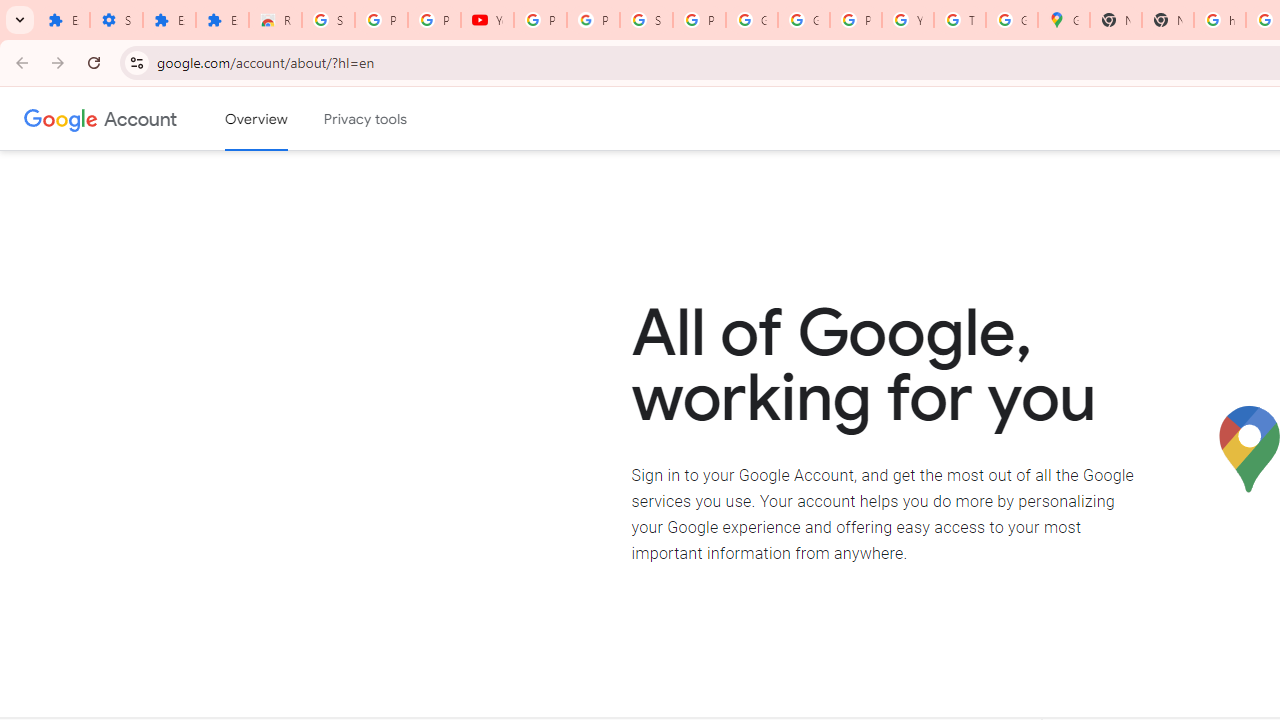 This screenshot has height=720, width=1280. Describe the element at coordinates (255, 119) in the screenshot. I see `'Google Account overview'` at that location.